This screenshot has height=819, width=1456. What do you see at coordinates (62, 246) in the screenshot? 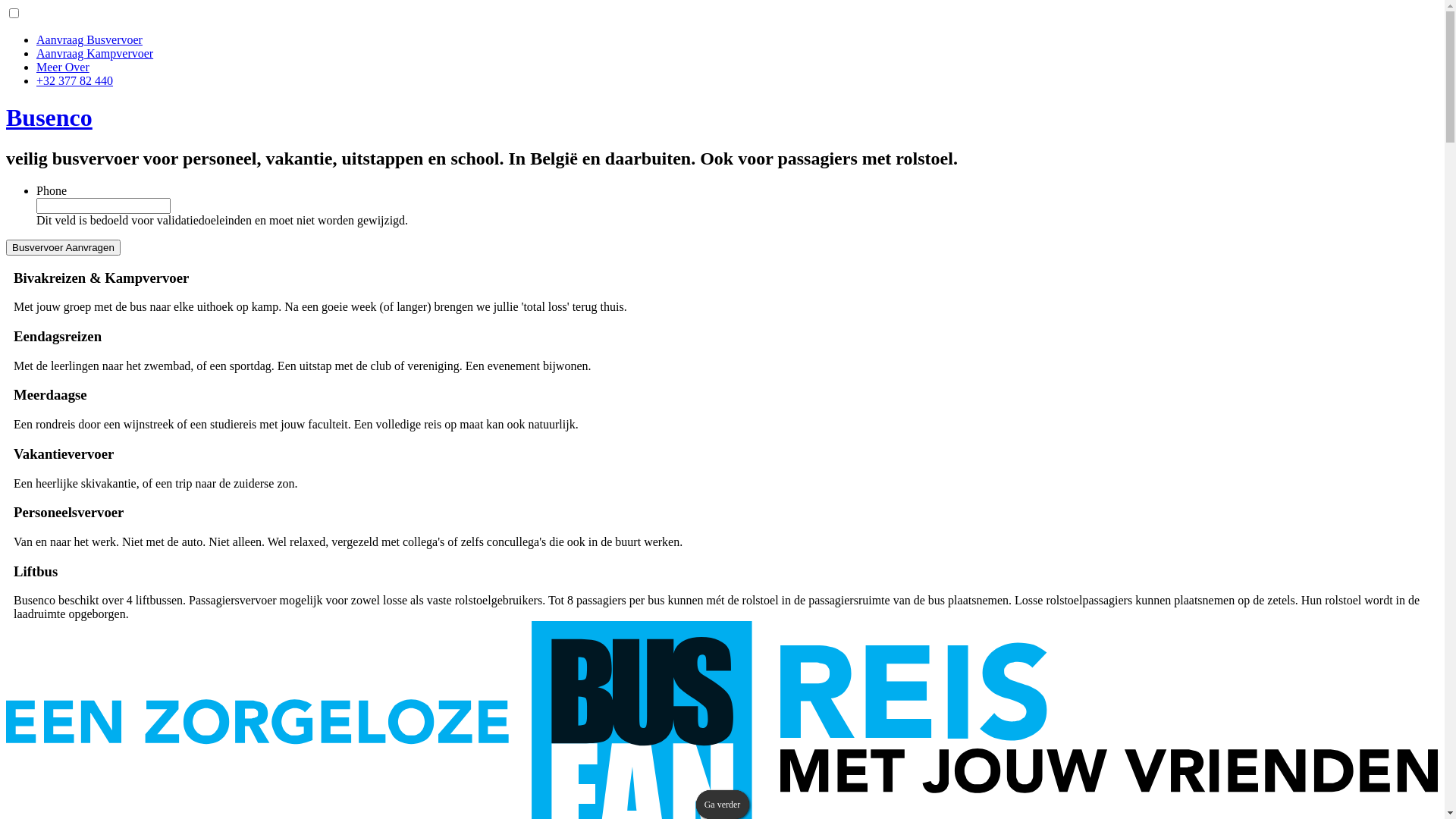
I see `'Busvervoer Aanvragen'` at bounding box center [62, 246].